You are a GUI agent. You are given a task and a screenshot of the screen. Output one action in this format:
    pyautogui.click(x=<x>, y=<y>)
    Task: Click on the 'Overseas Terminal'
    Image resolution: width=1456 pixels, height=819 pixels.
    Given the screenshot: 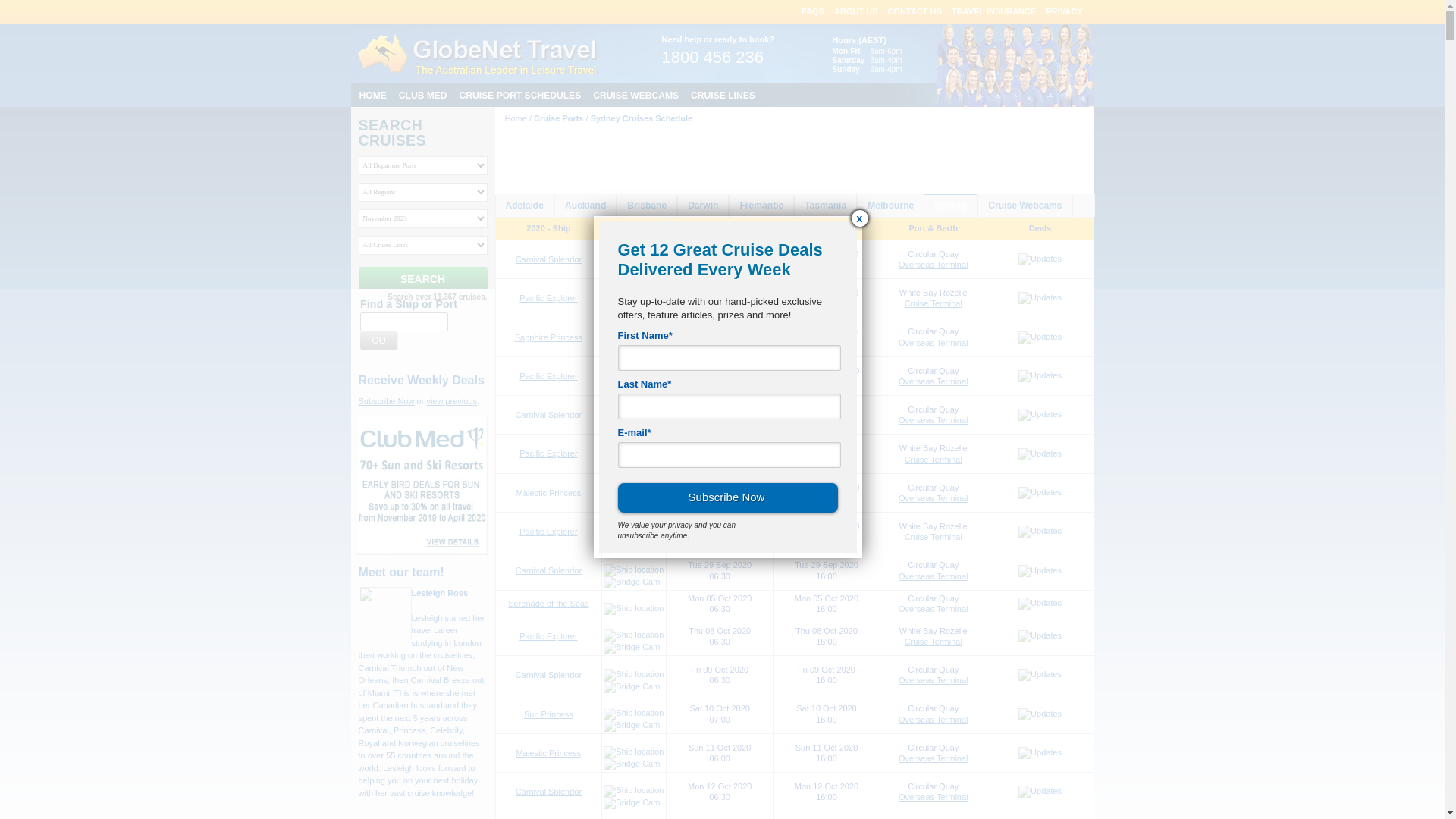 What is the action you would take?
    pyautogui.click(x=932, y=263)
    